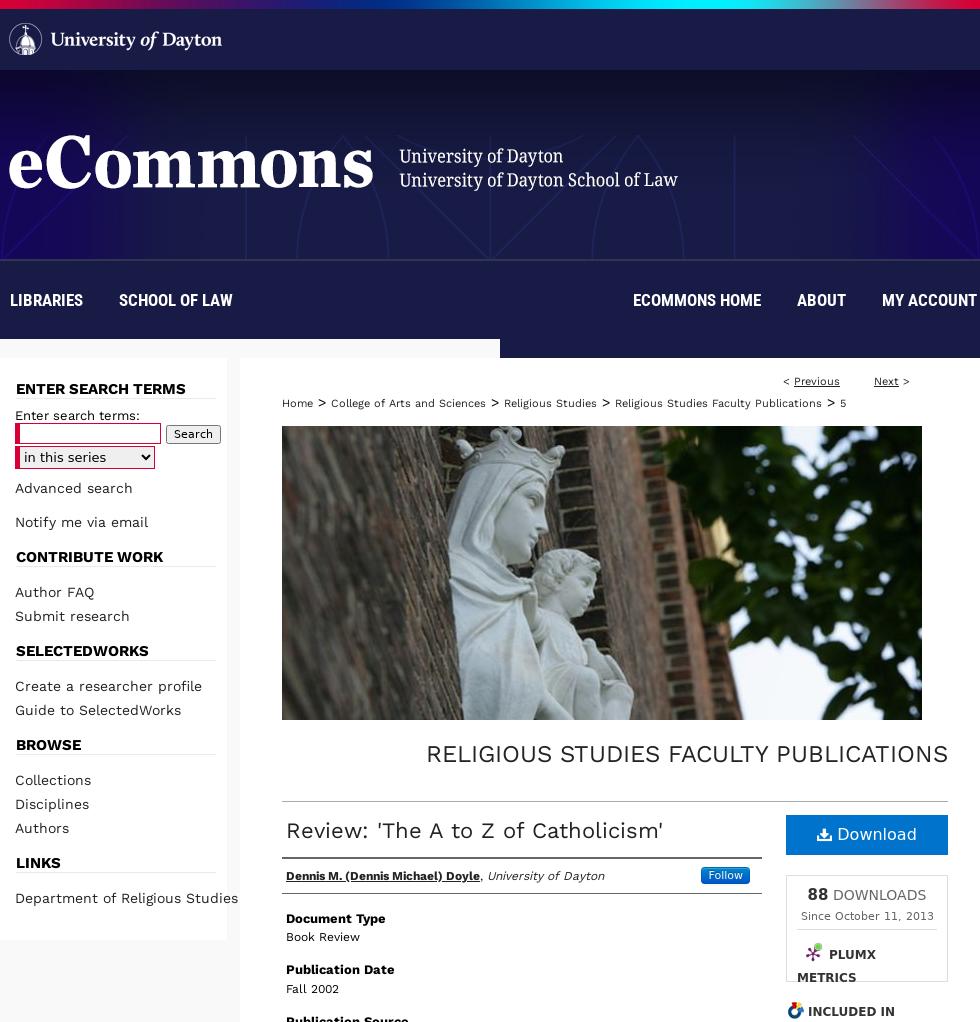 This screenshot has height=1022, width=980. I want to click on 'Create a researcher profile', so click(108, 684).